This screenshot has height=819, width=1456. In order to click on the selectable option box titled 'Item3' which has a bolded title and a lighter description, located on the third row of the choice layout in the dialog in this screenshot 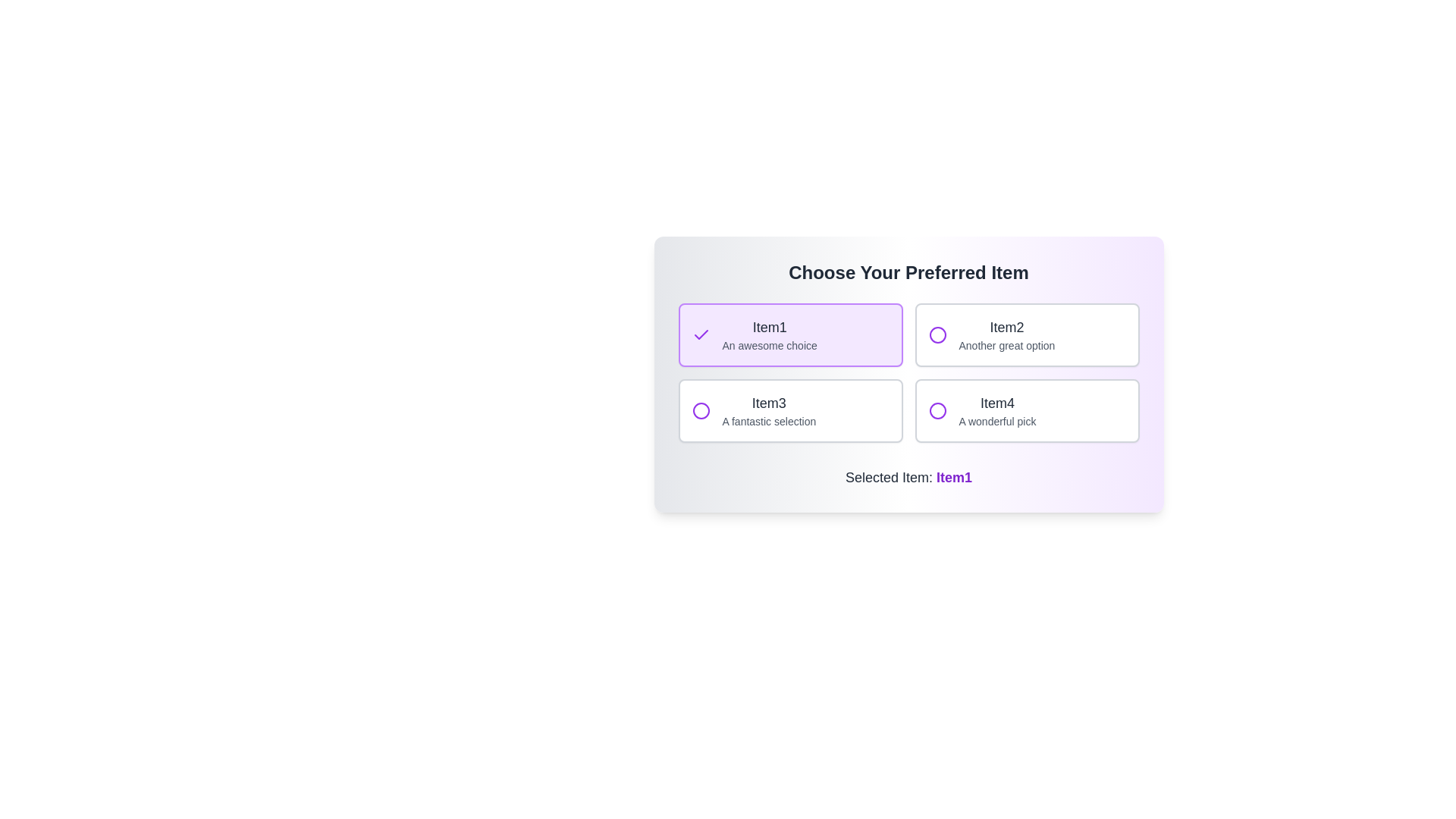, I will do `click(769, 411)`.